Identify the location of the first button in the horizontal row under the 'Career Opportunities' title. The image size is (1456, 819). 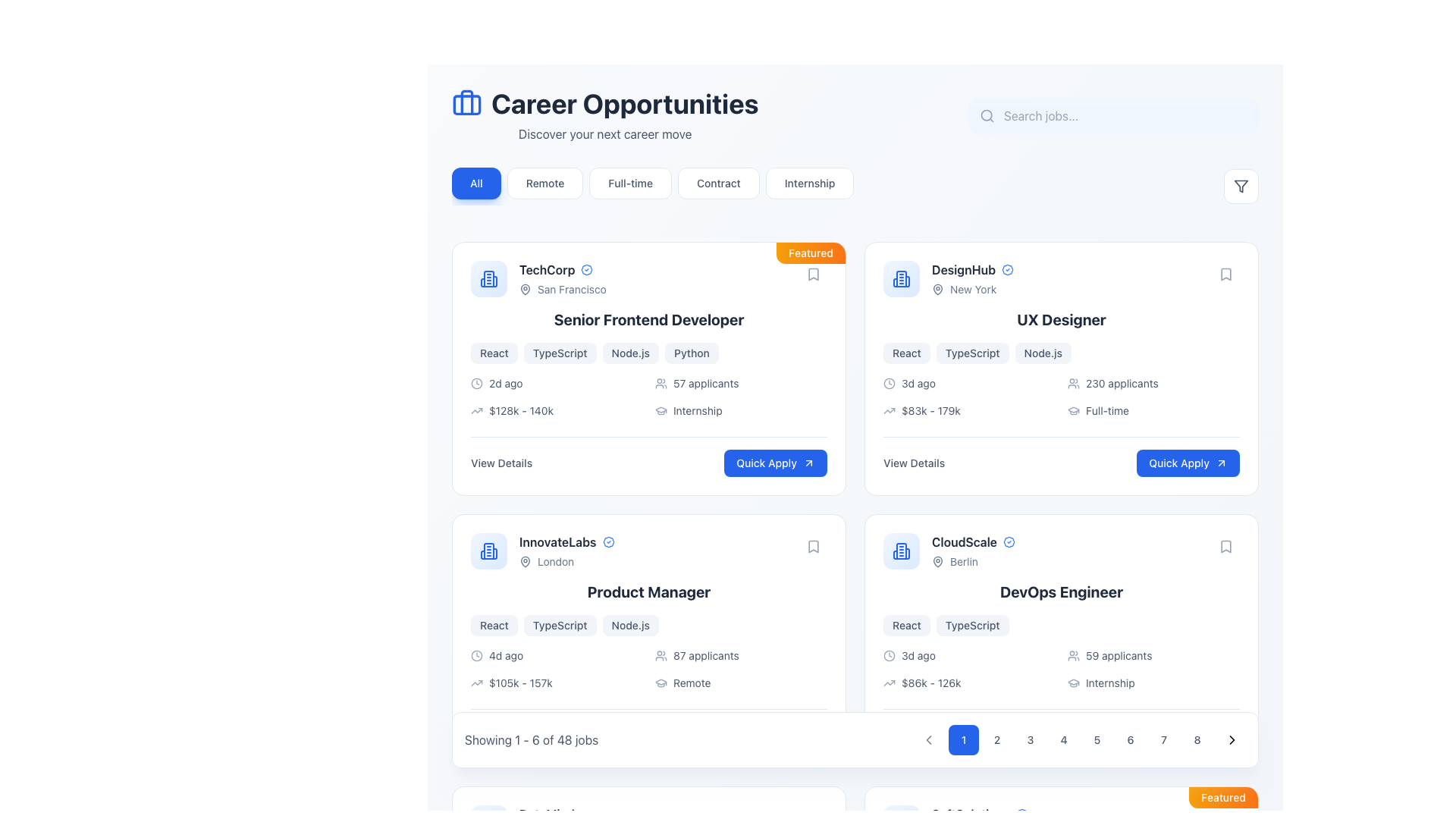
(475, 183).